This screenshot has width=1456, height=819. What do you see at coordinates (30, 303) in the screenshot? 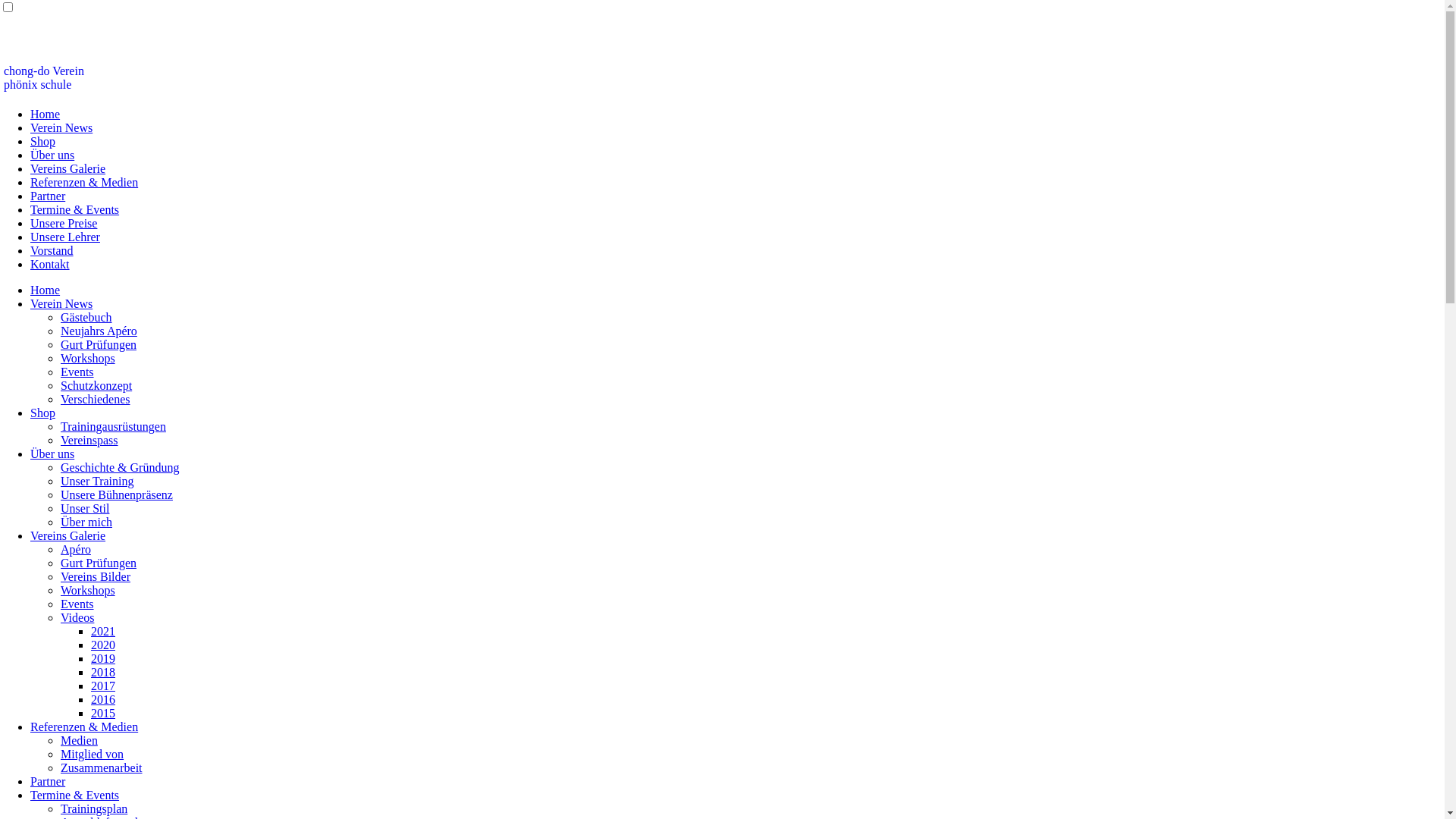
I see `'Verein News'` at bounding box center [30, 303].